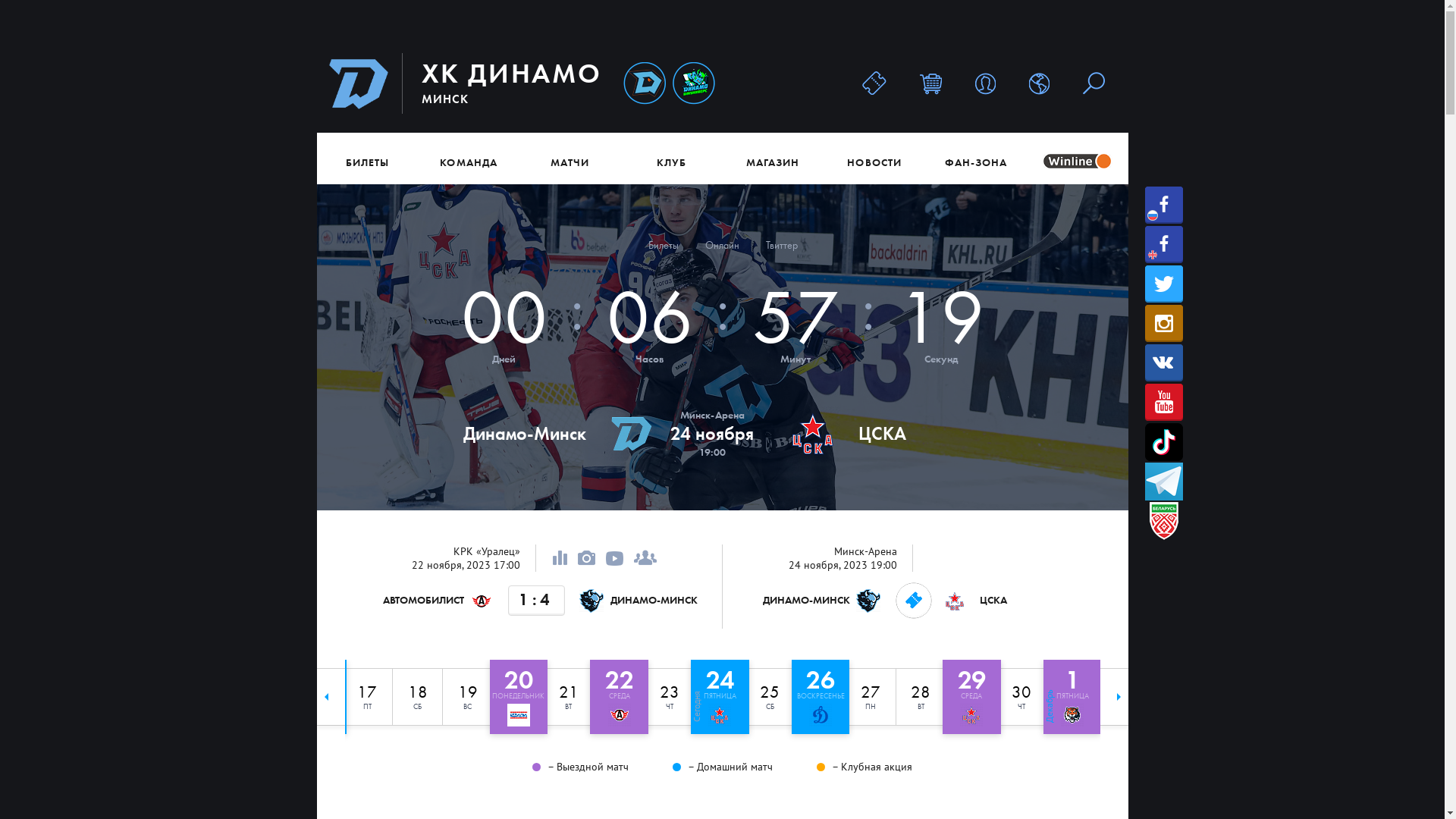 The width and height of the screenshot is (1456, 819). What do you see at coordinates (1163, 205) in the screenshot?
I see `'Facebook'` at bounding box center [1163, 205].